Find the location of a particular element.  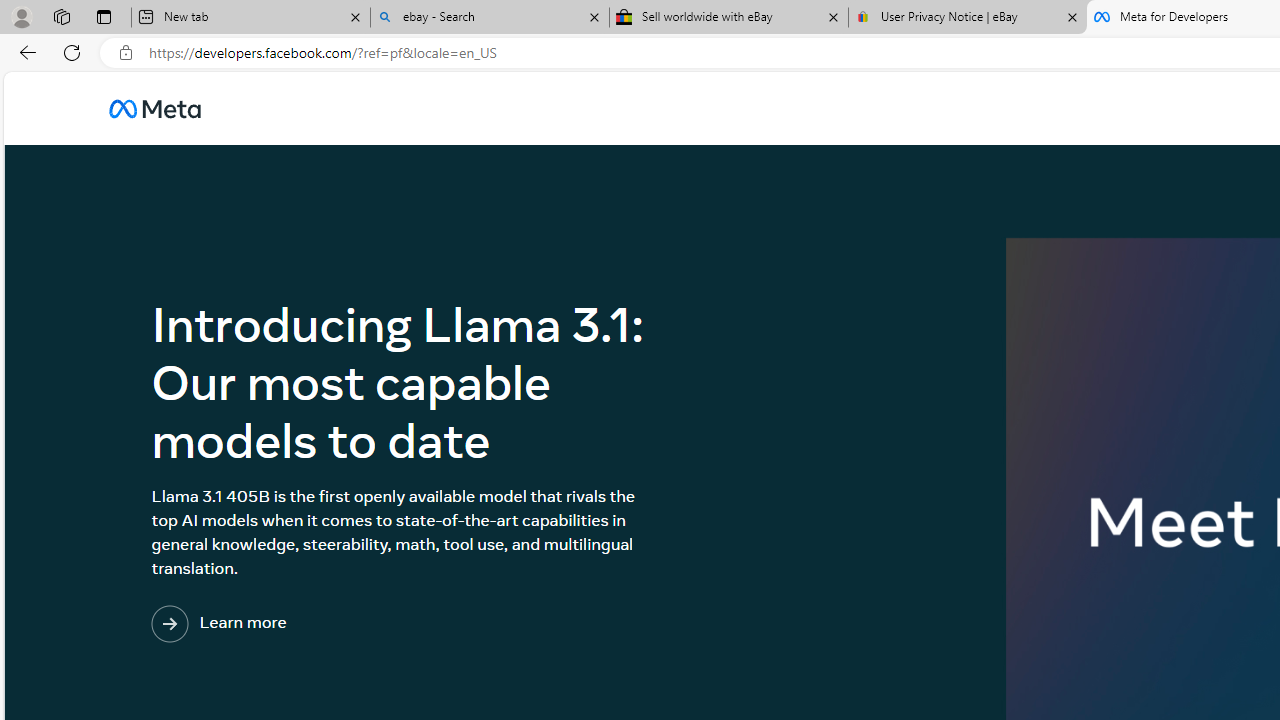

'AutomationID: u_0_25_3H' is located at coordinates (154, 108).